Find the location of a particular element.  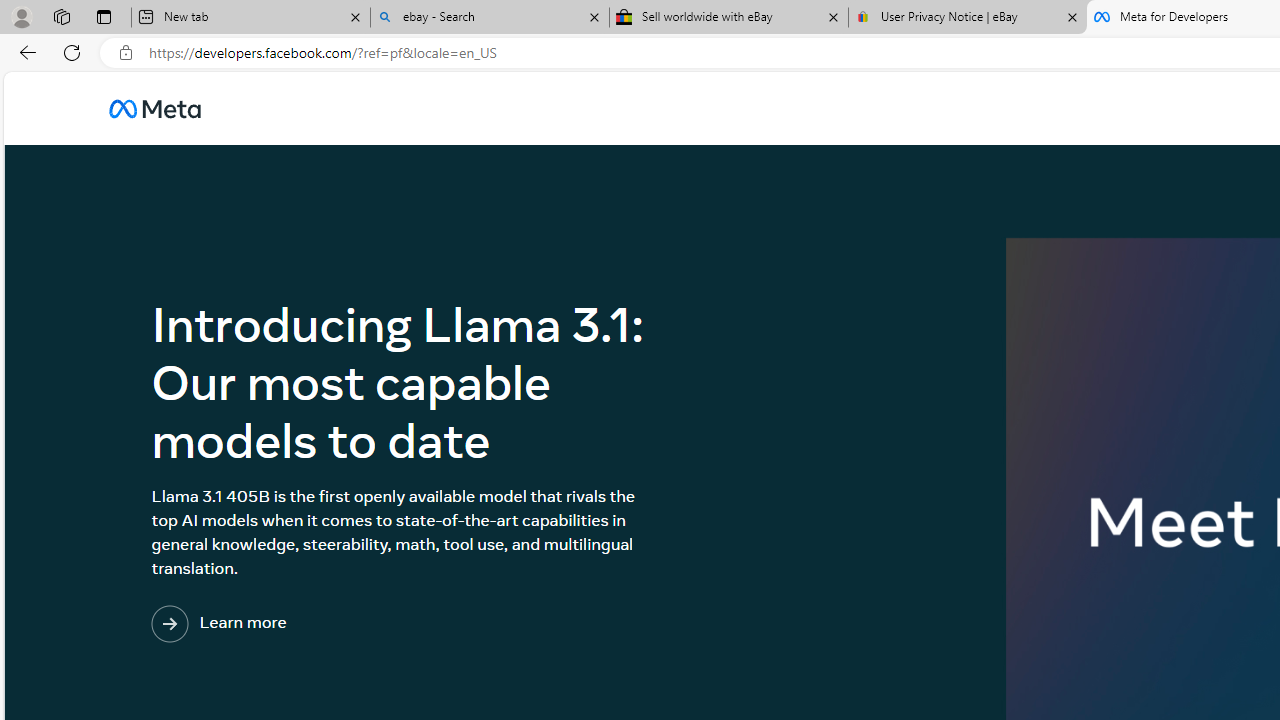

'AutomationID: u_0_25_3H' is located at coordinates (154, 108).